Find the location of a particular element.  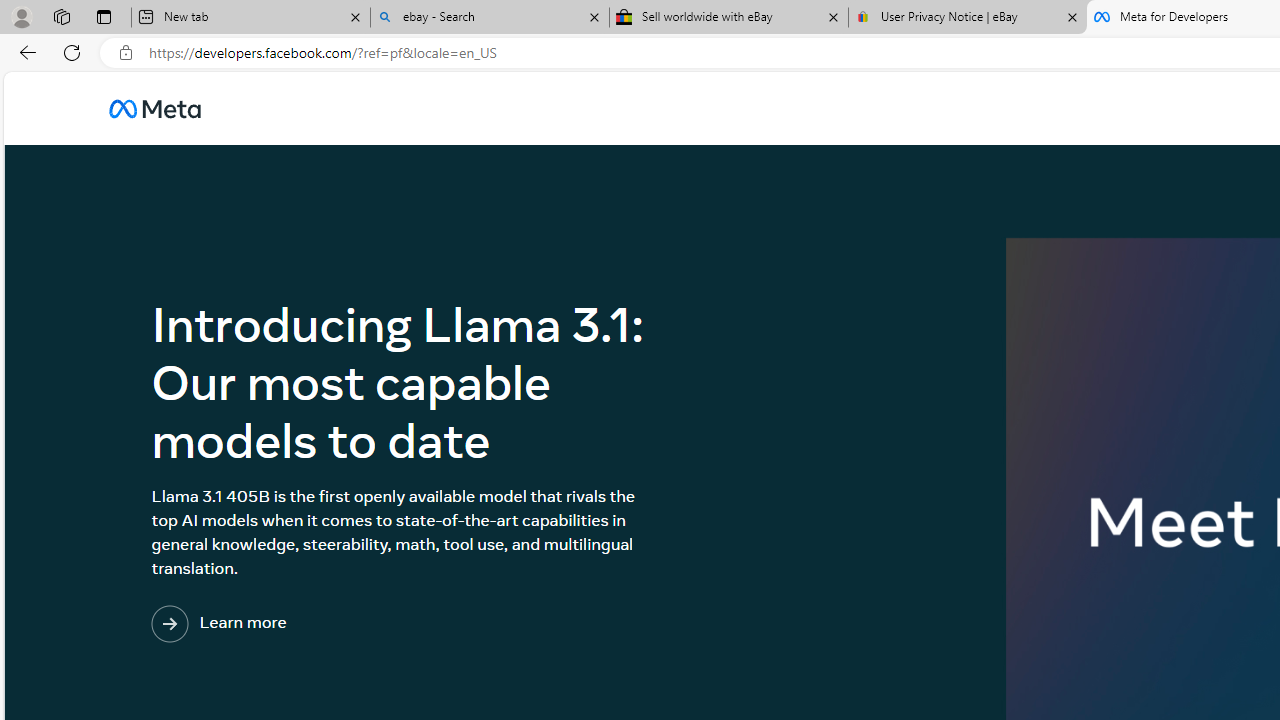

'AutomationID: u_0_25_3H' is located at coordinates (154, 108).